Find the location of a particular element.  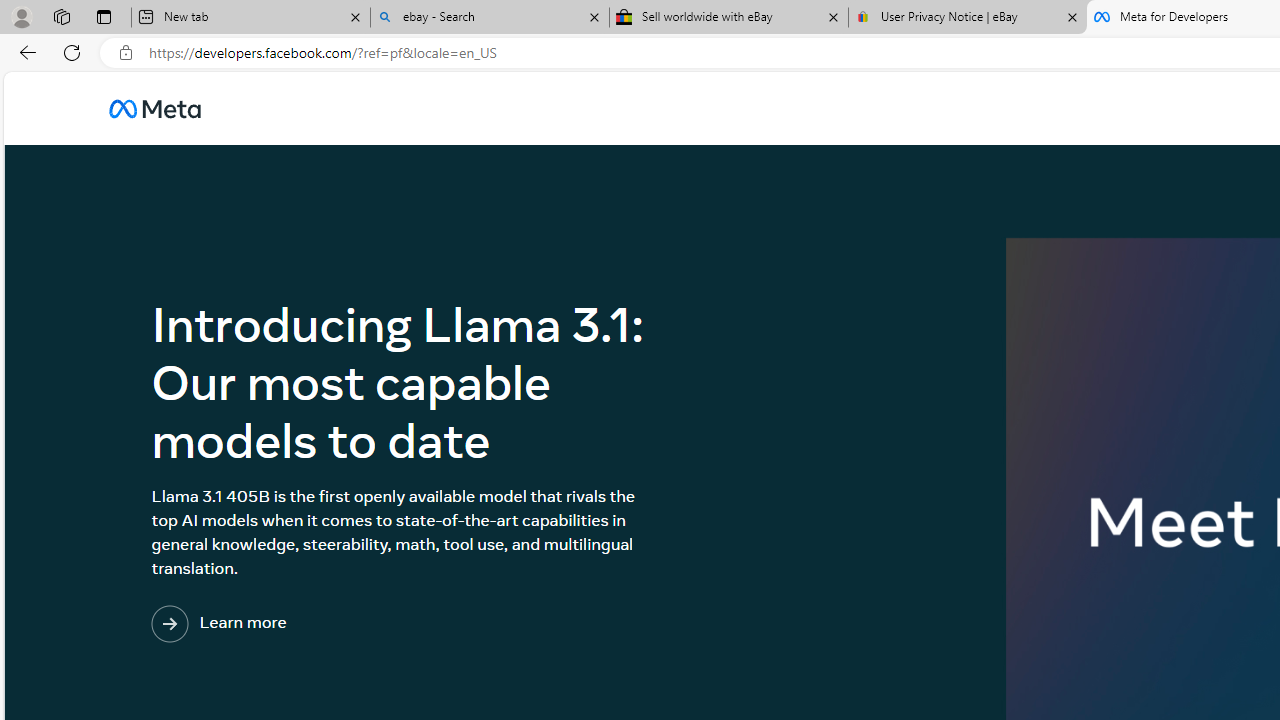

'AutomationID: u_0_25_3H' is located at coordinates (154, 108).